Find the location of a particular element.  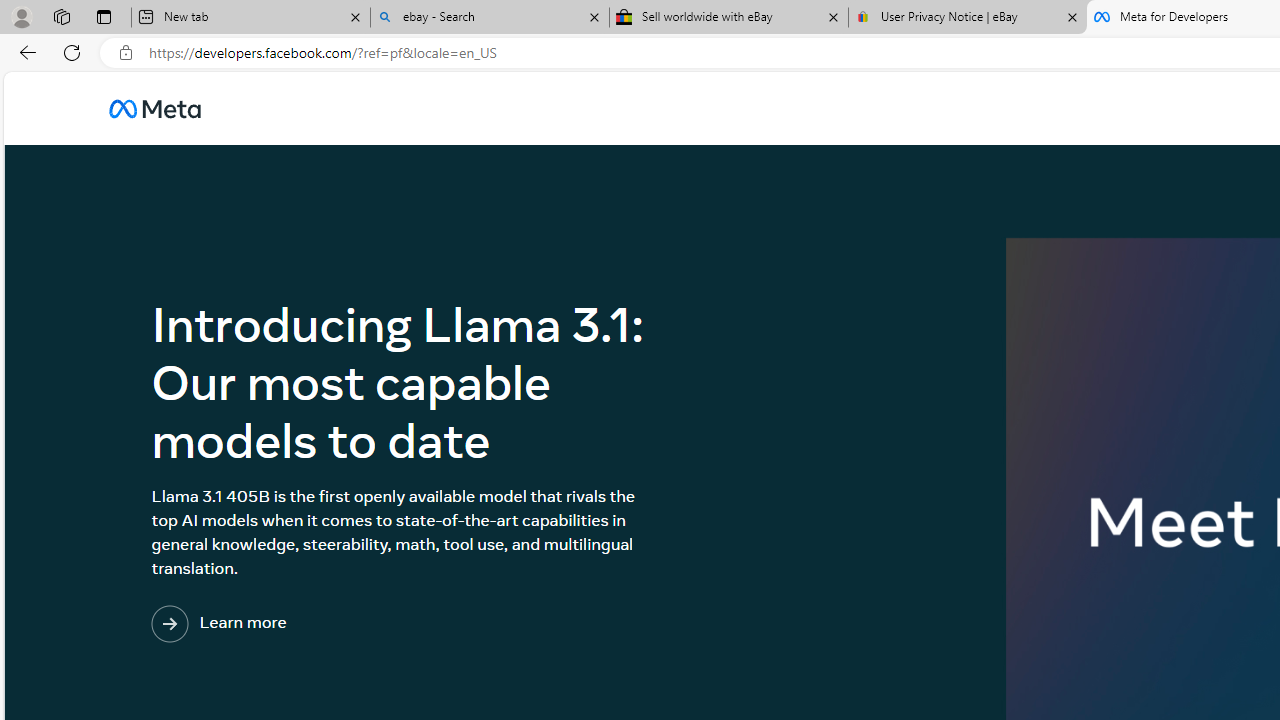

'AutomationID: u_0_25_3H' is located at coordinates (154, 108).